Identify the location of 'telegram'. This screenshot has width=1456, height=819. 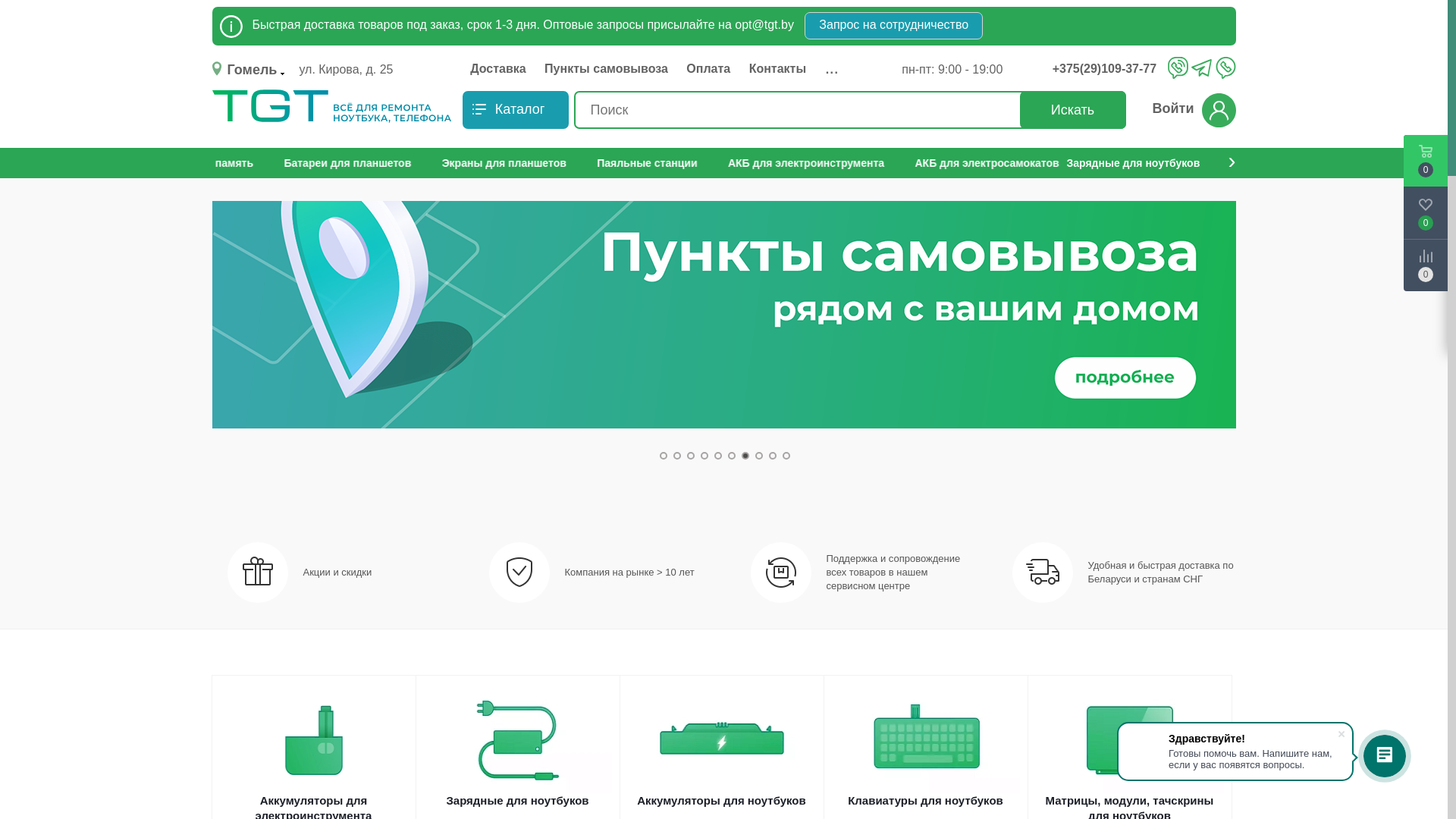
(1200, 69).